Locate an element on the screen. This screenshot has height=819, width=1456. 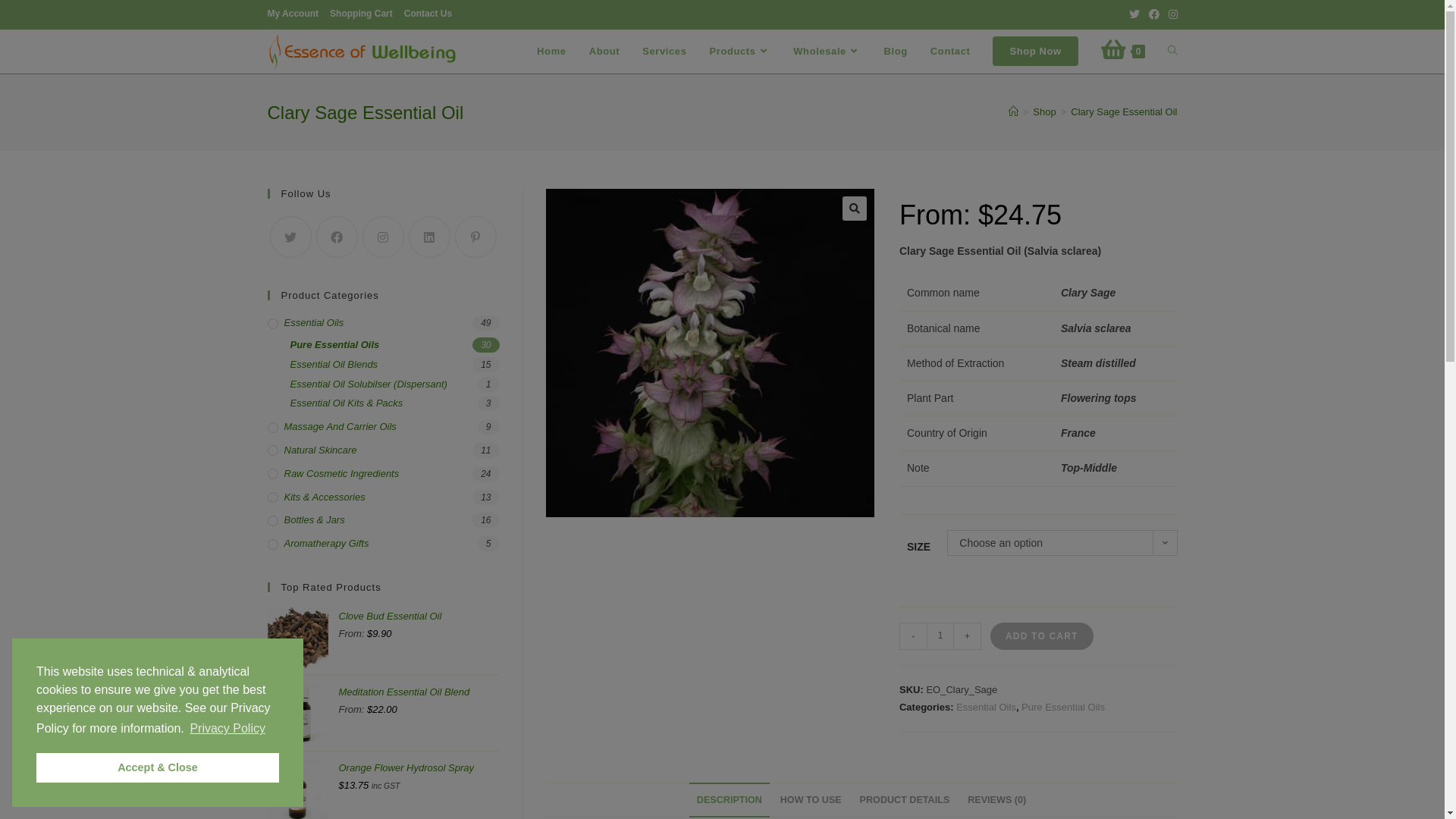
'My Account' is located at coordinates (292, 14).